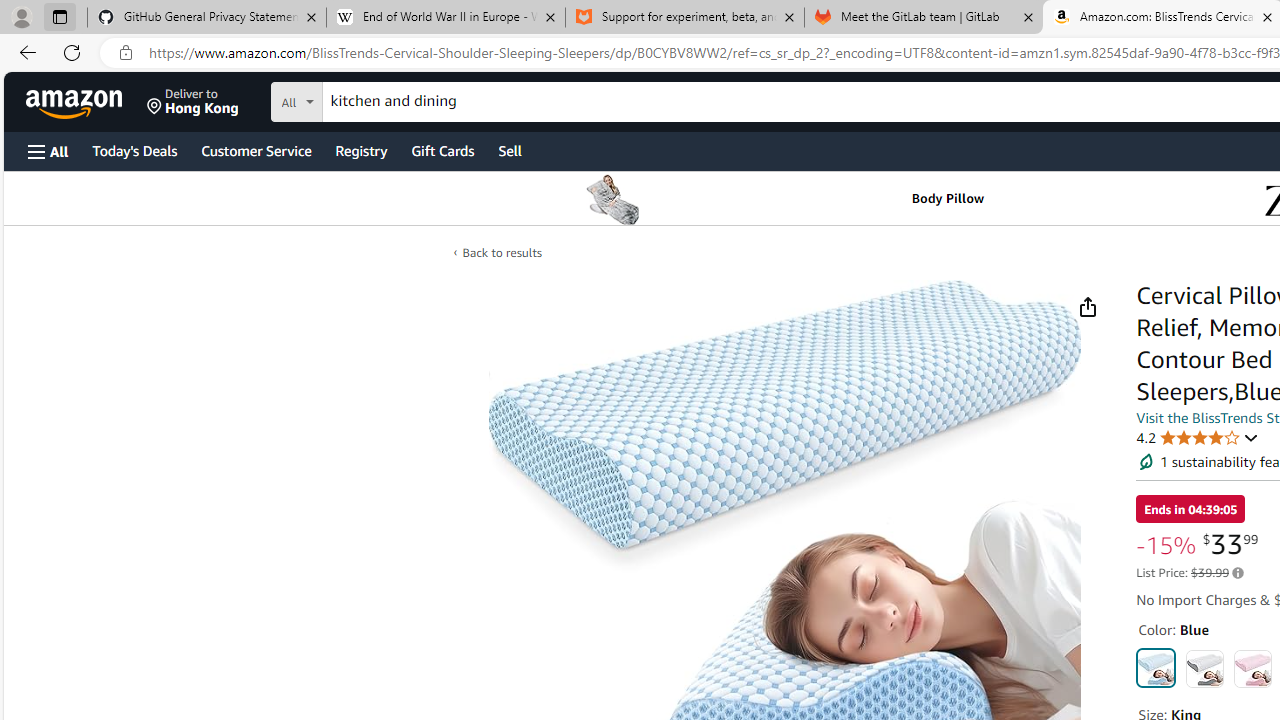  I want to click on 'GitHub General Privacy Statement - GitHub Docs', so click(207, 17).